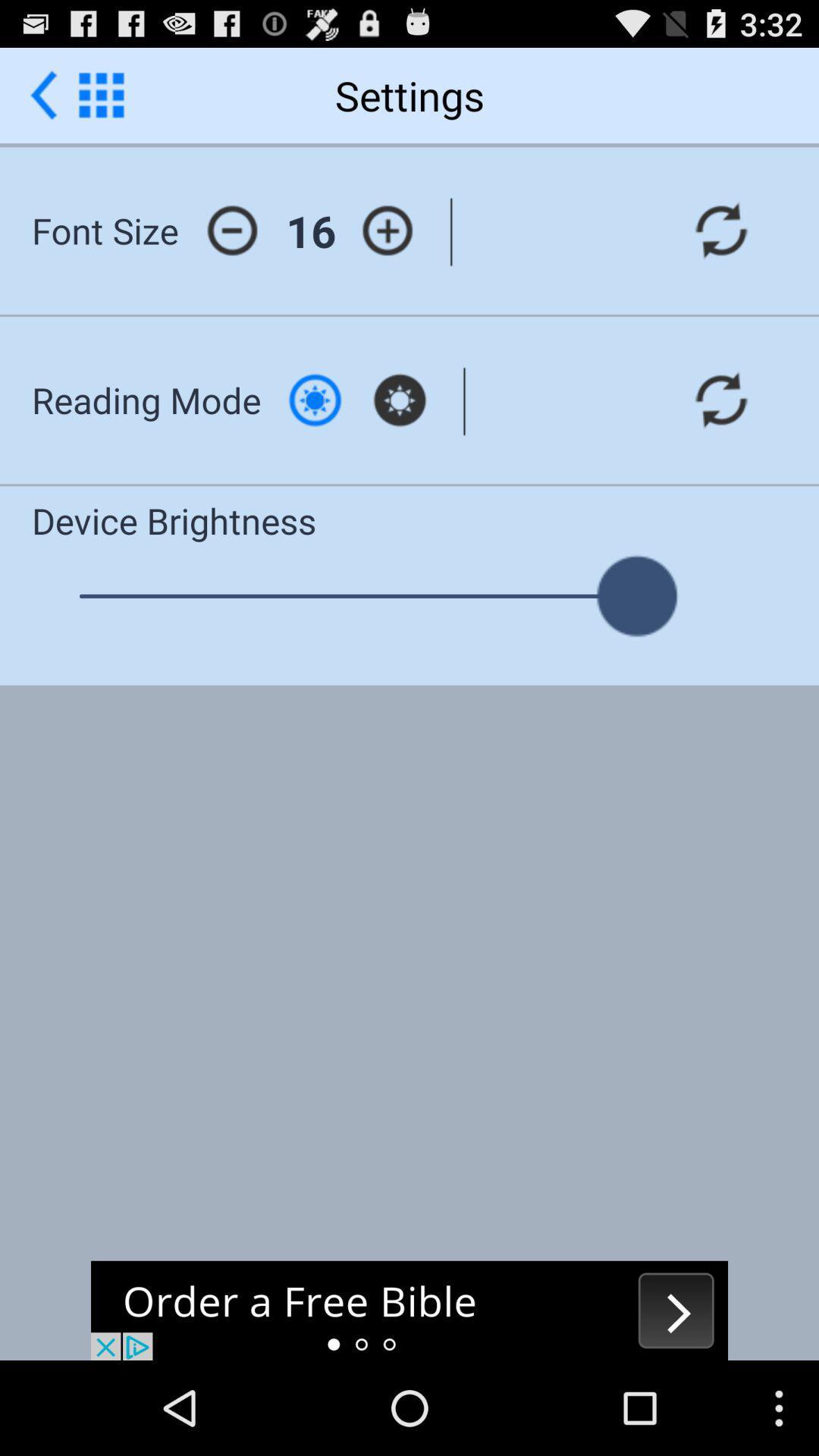  What do you see at coordinates (232, 230) in the screenshot?
I see `reduce font size option` at bounding box center [232, 230].